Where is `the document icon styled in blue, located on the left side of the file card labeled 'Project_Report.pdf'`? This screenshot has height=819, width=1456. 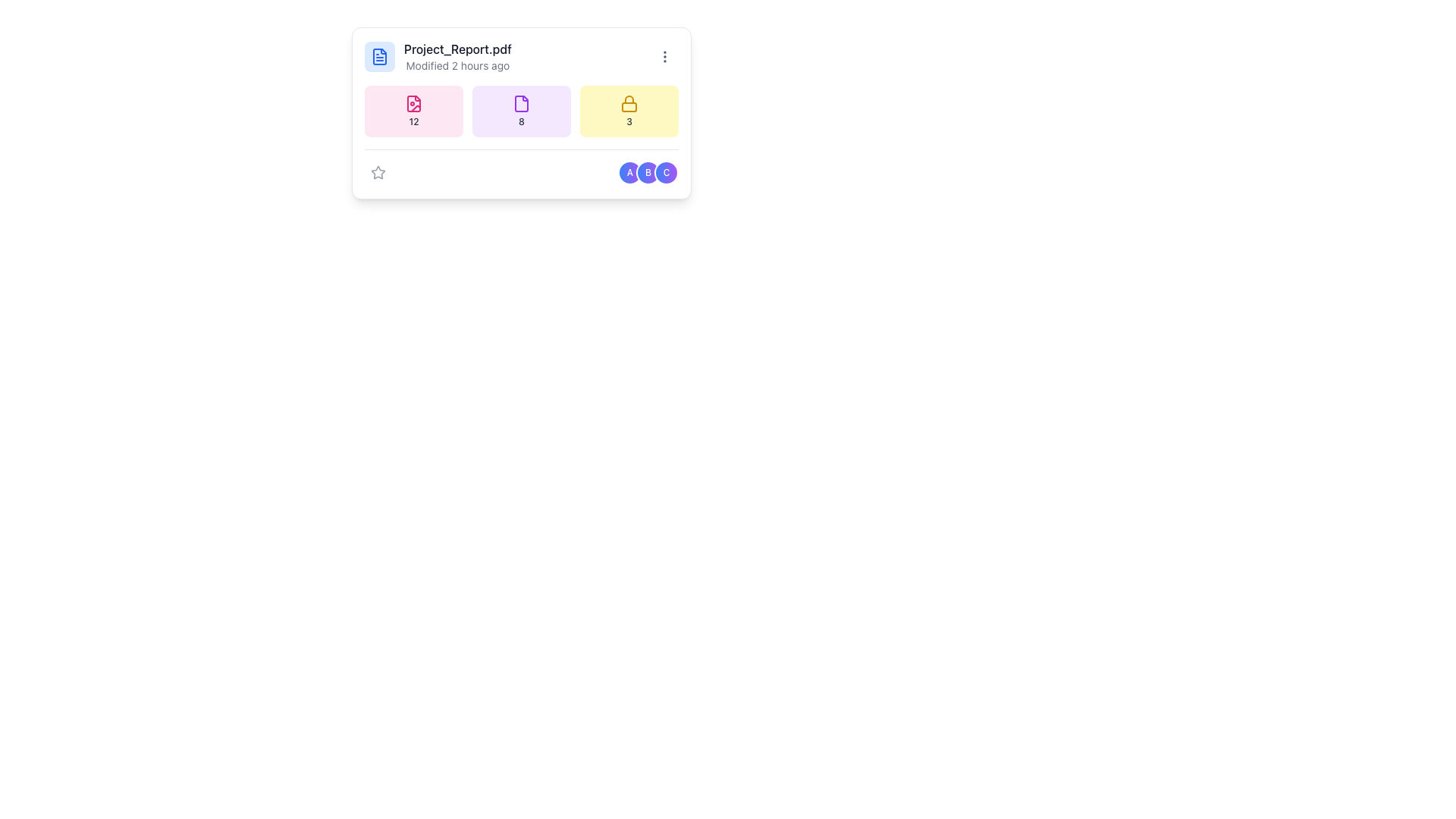
the document icon styled in blue, located on the left side of the file card labeled 'Project_Report.pdf' is located at coordinates (379, 55).